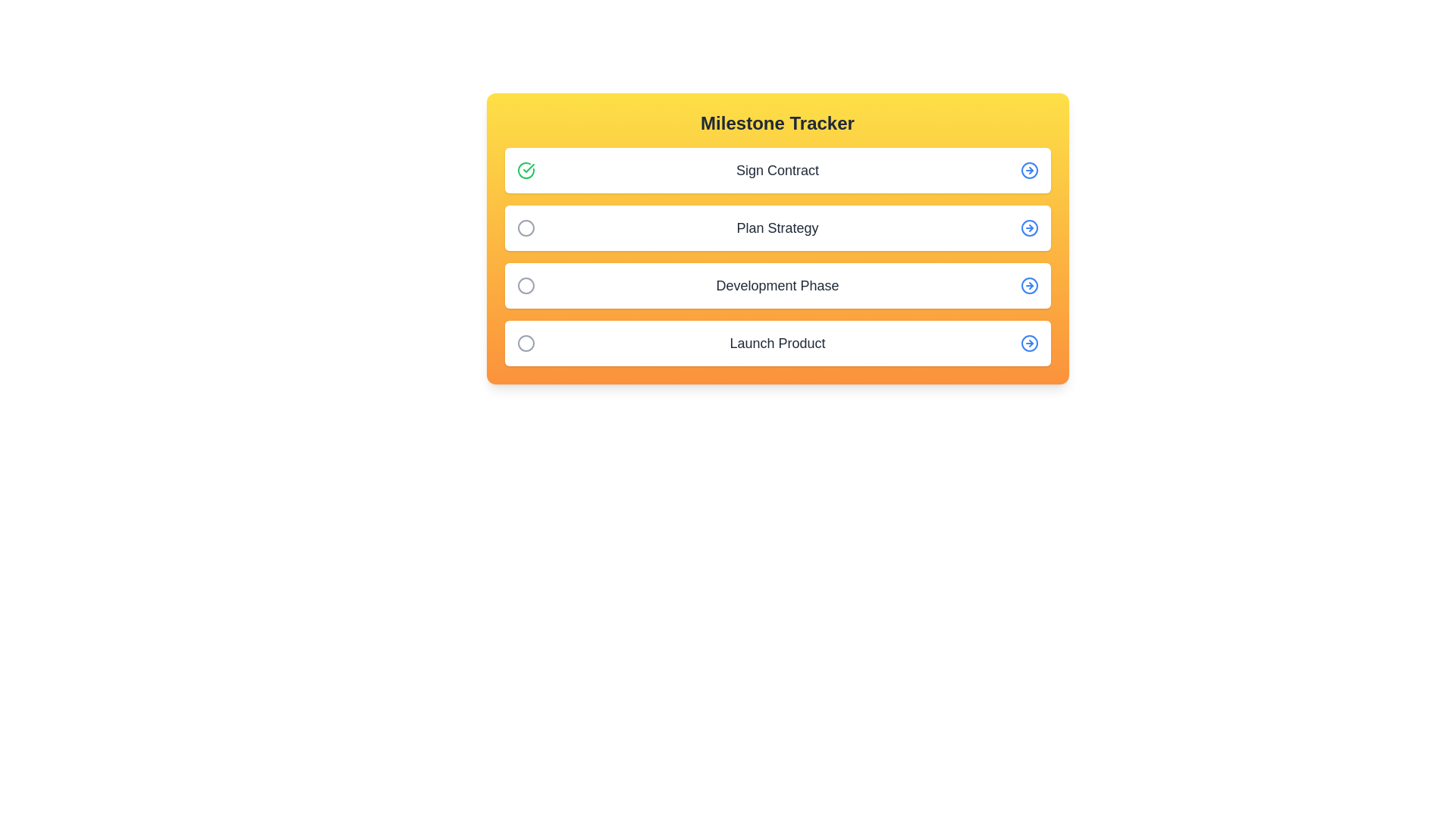 This screenshot has height=819, width=1456. What do you see at coordinates (777, 286) in the screenshot?
I see `the text label that reads 'Development Phase', which is the third item in a vertically-aligned list of milestone tracking elements, centered within a white rounded rectangle` at bounding box center [777, 286].